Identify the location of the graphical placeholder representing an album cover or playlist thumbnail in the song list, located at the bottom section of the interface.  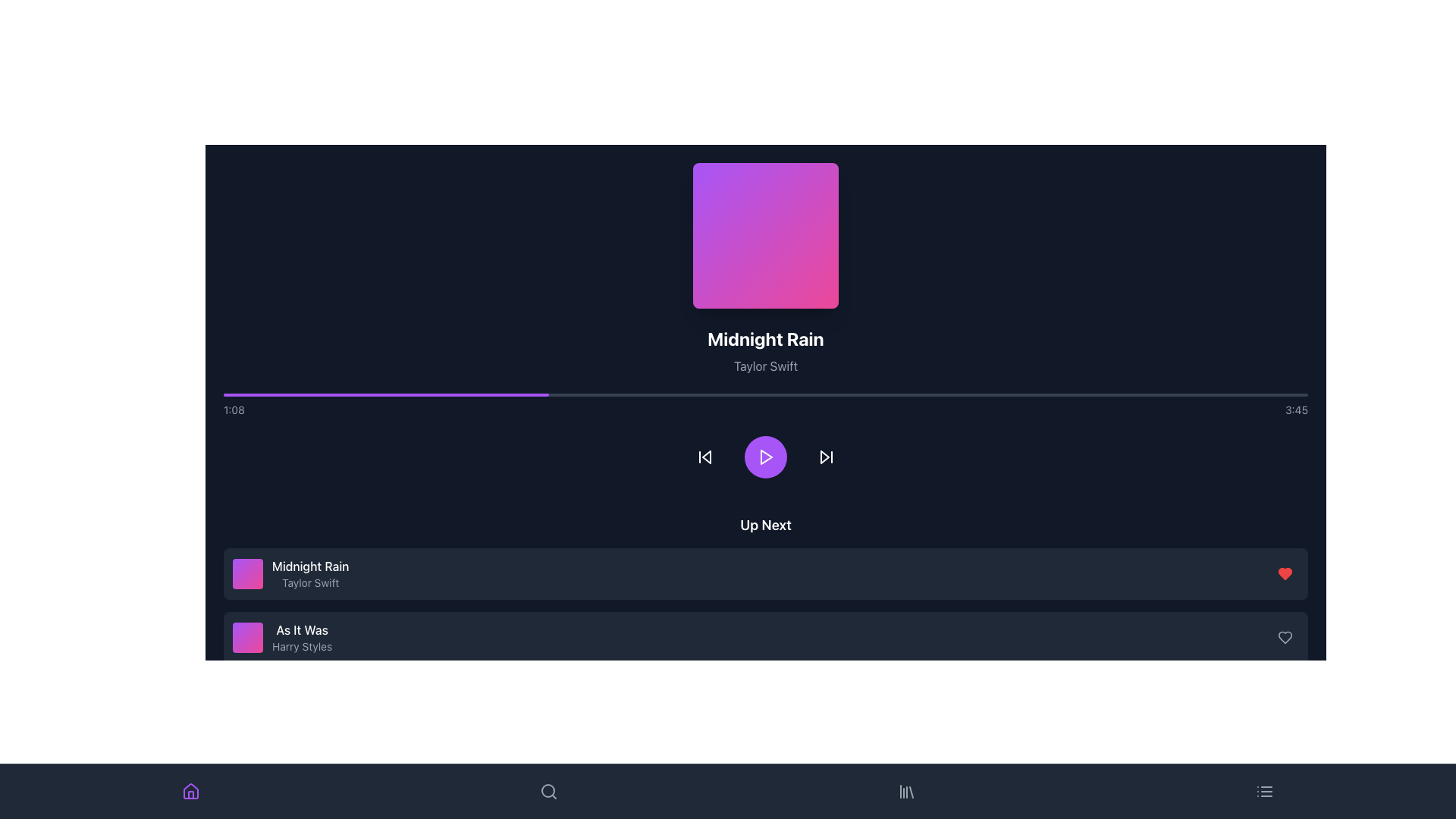
(247, 637).